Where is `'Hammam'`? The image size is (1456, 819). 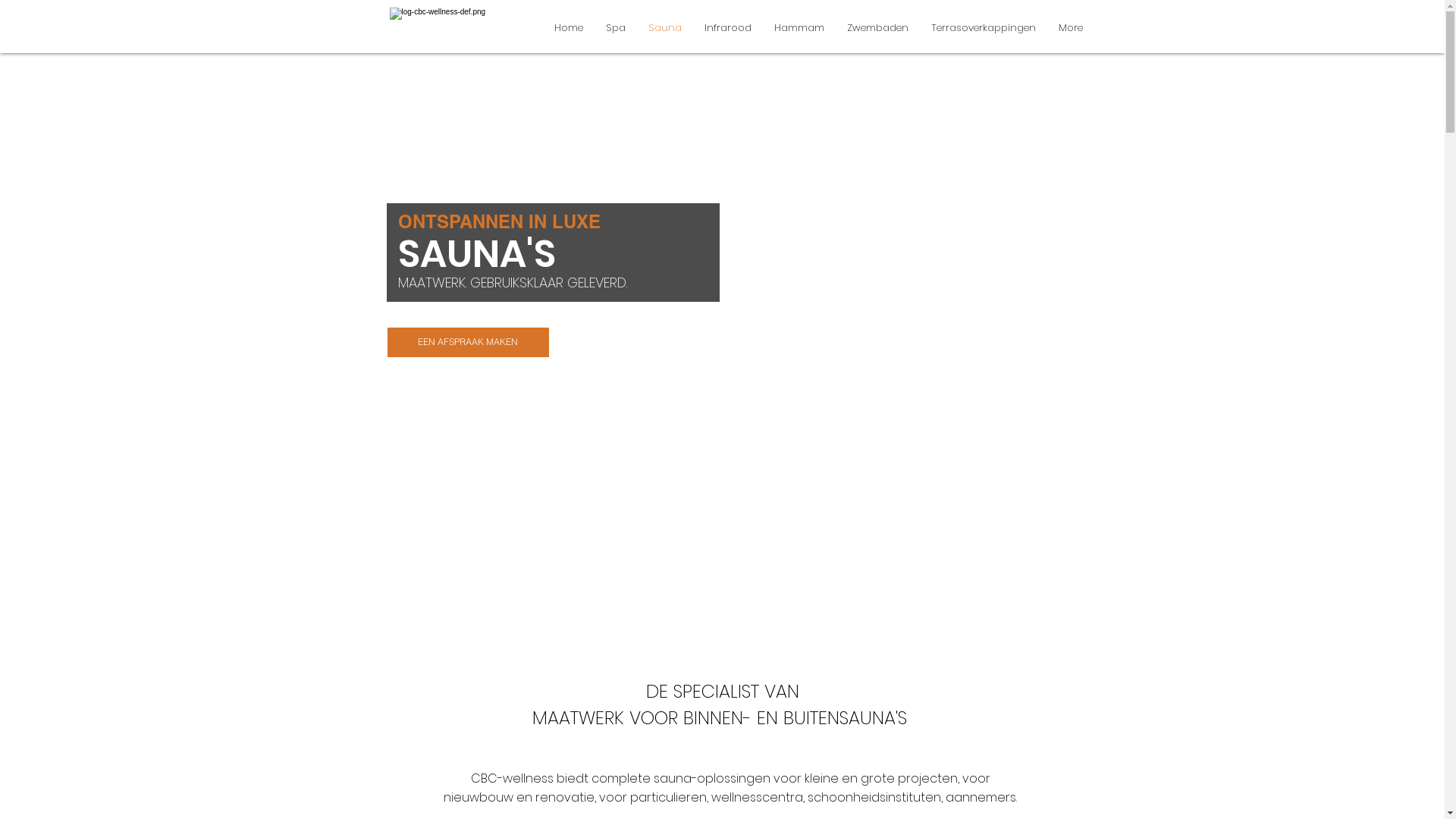 'Hammam' is located at coordinates (799, 27).